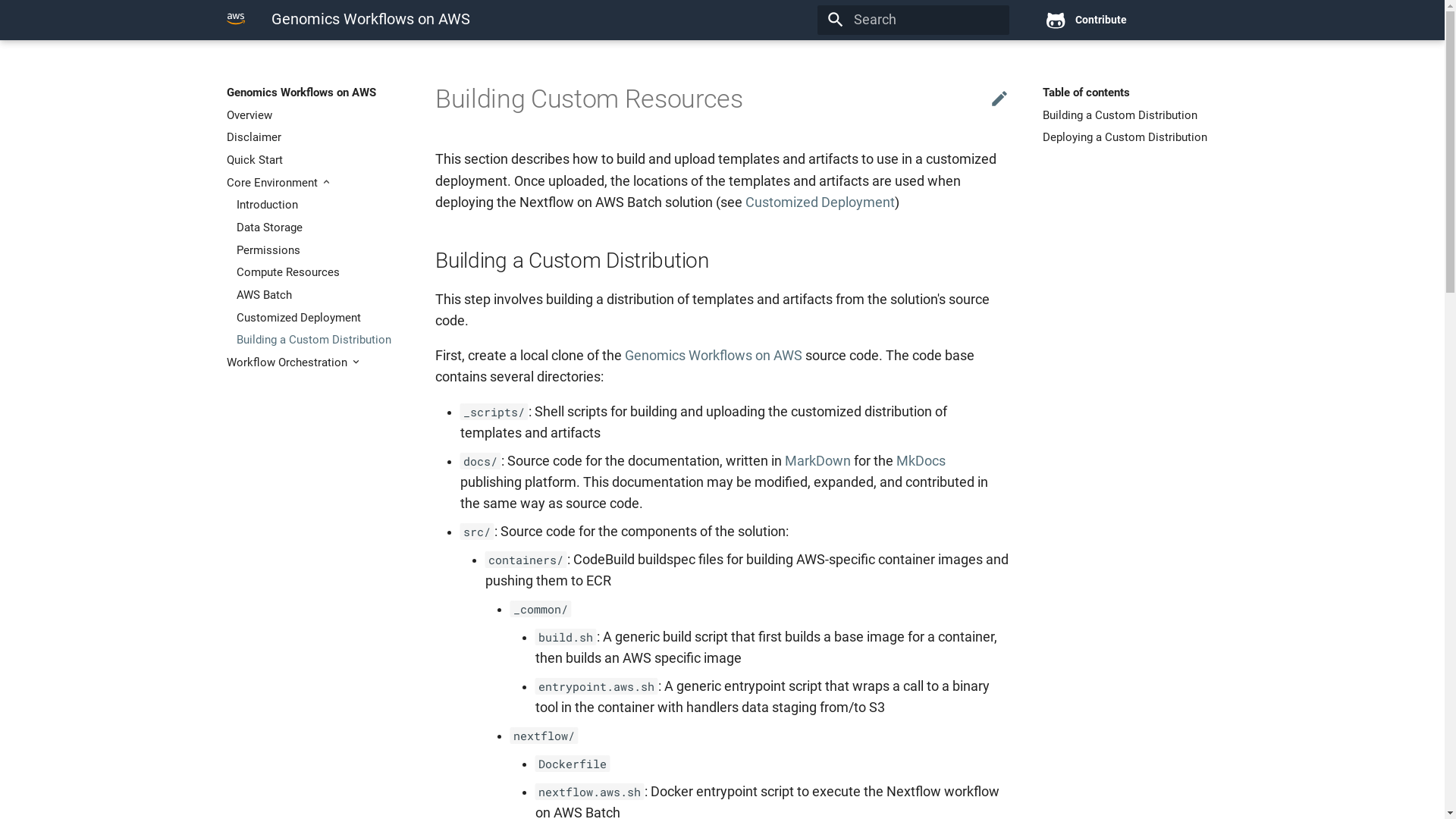 The width and height of the screenshot is (1456, 819). I want to click on 'Building a Custom Distribution', so click(318, 338).